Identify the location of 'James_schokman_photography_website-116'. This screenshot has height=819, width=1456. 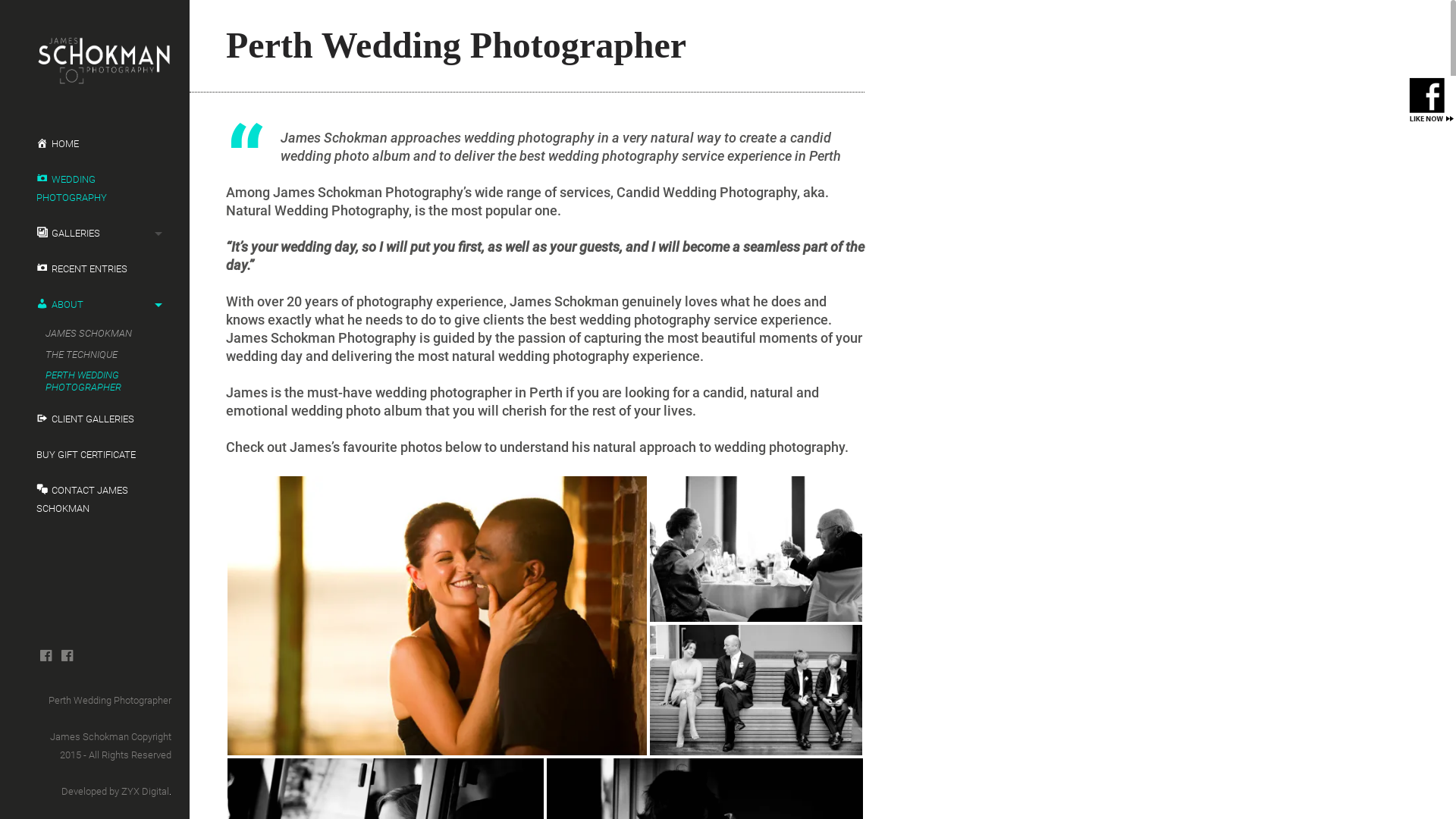
(756, 549).